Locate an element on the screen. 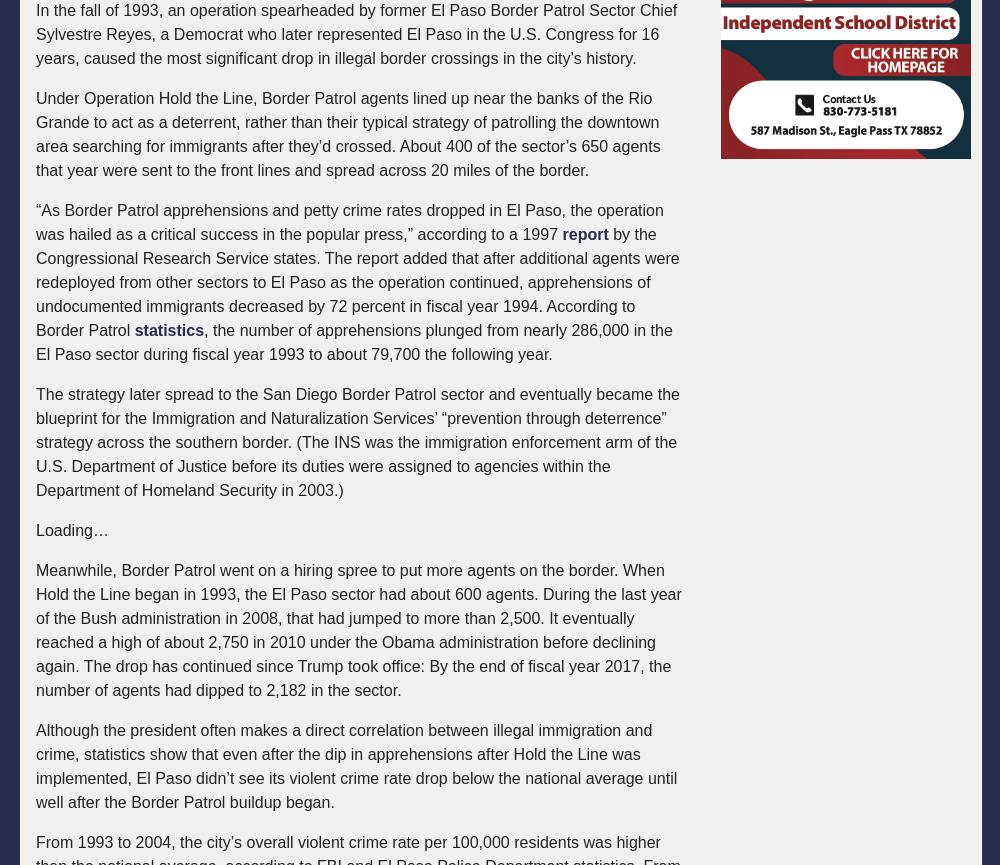 Image resolution: width=1000 pixels, height=865 pixels. 'Under Operation Hold the Line, Border Patrol agents lined up near the banks of the Rio Grande to act as a deterrent, rather than their typical strategy of patrolling the downtown area searching for immigrants after they’d crossed. About 400 of the sector’s 650 agents that year were sent to the front lines and spread across 20 miles of the border.' is located at coordinates (347, 134).